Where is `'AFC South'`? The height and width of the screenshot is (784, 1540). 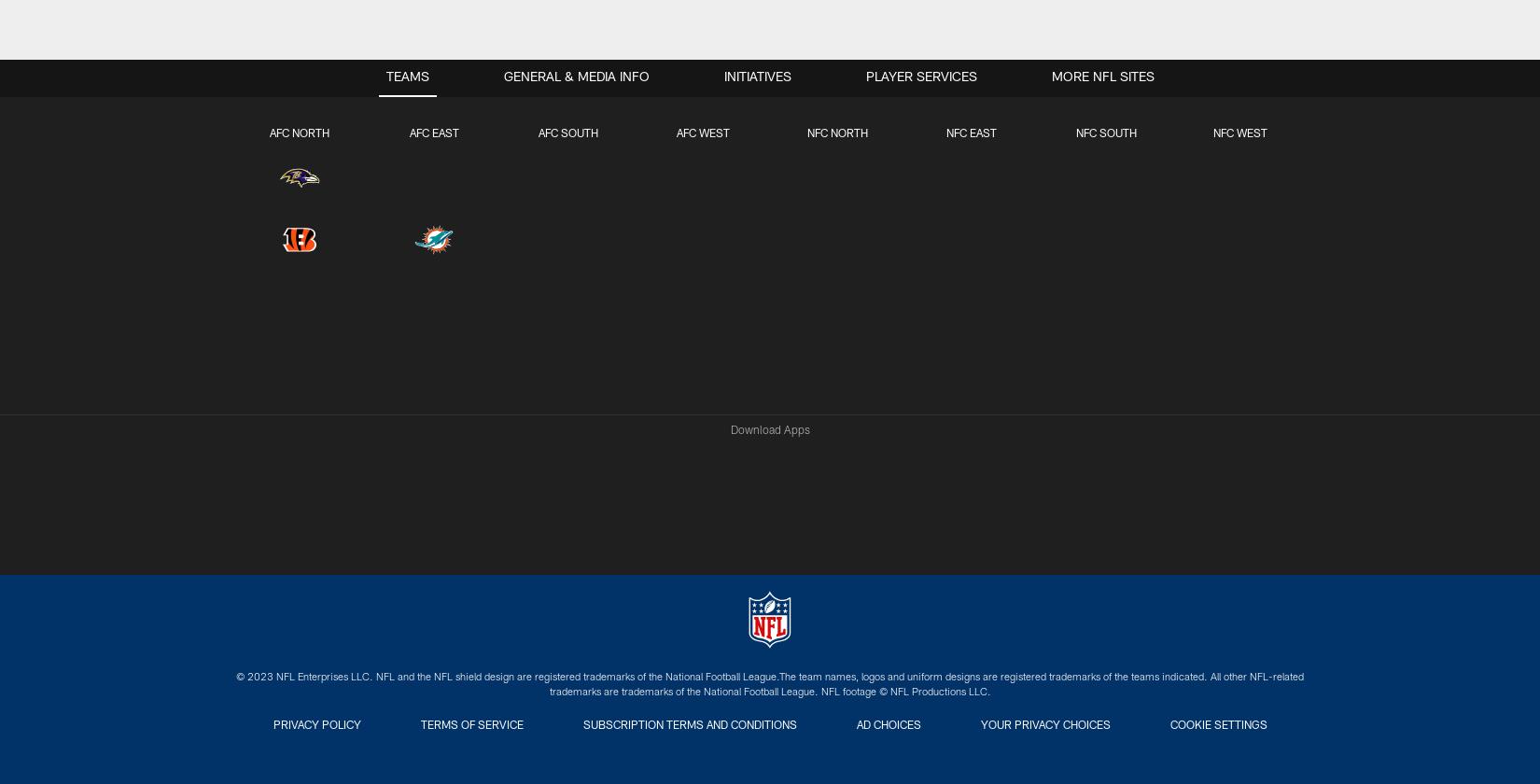 'AFC South' is located at coordinates (538, 133).